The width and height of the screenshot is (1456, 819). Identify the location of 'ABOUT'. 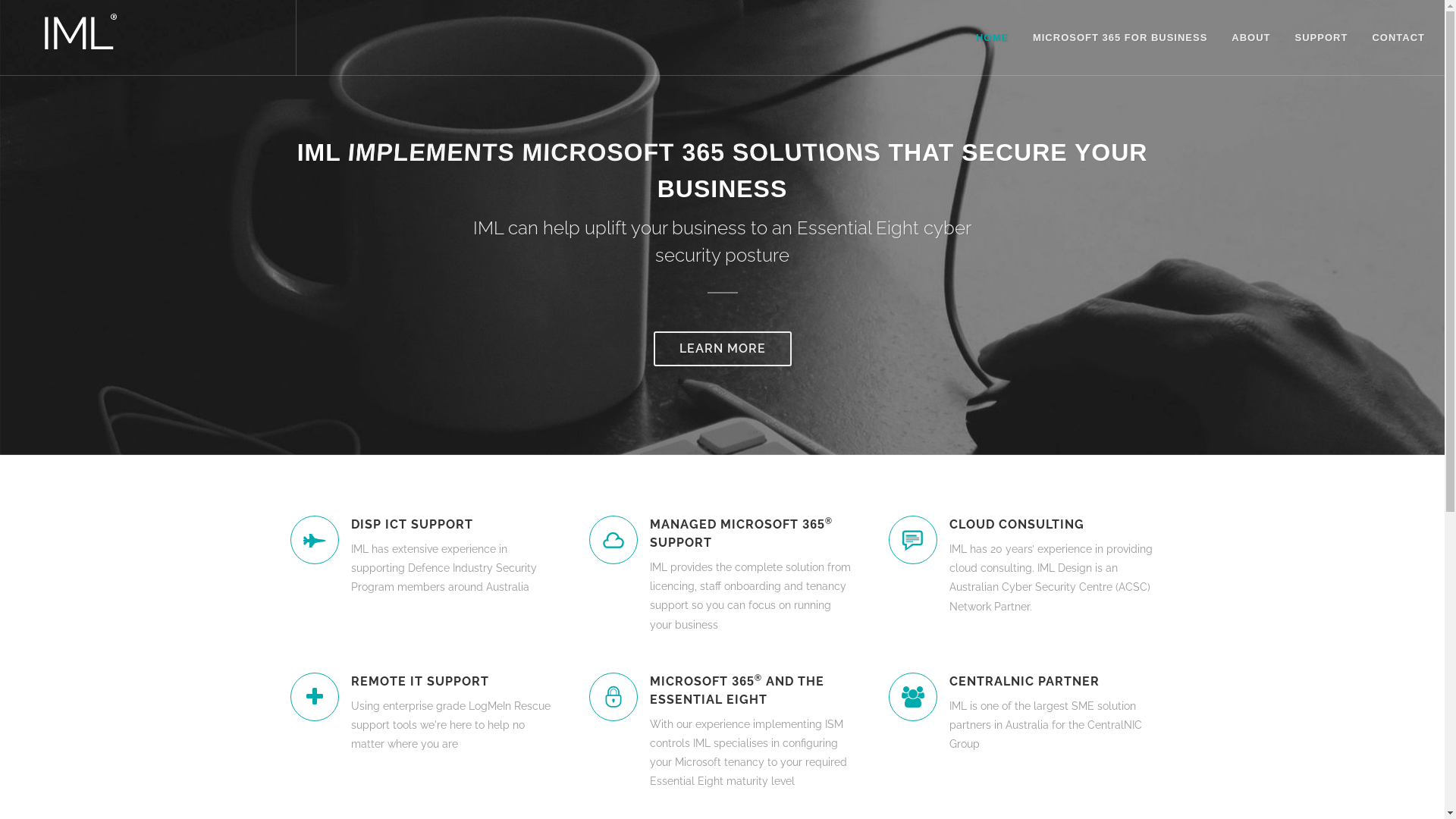
(1250, 37).